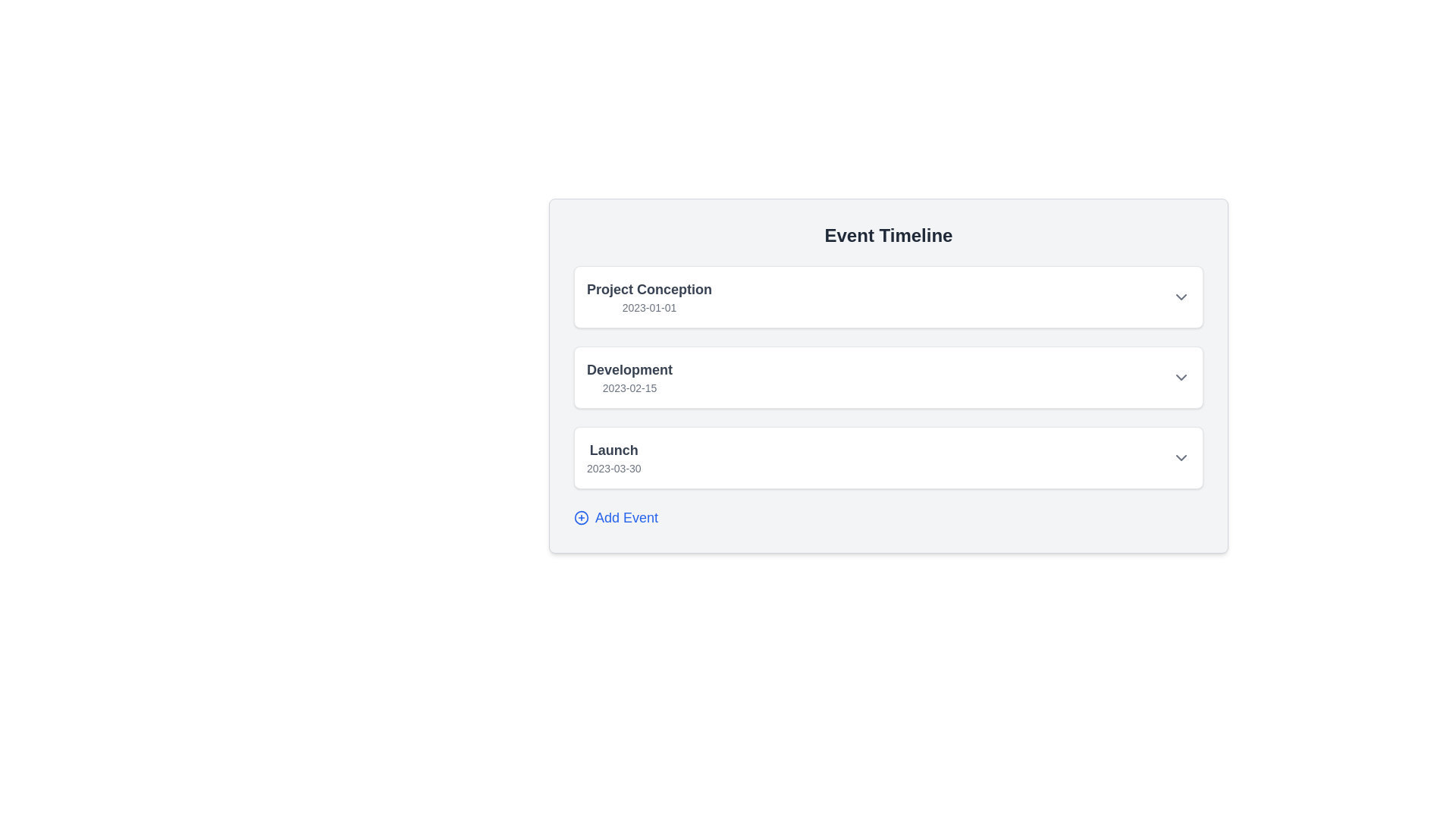  What do you see at coordinates (1181, 376) in the screenshot?
I see `the gray chevron-down icon located to the far right of the 'Development' entry to trigger visual feedback` at bounding box center [1181, 376].